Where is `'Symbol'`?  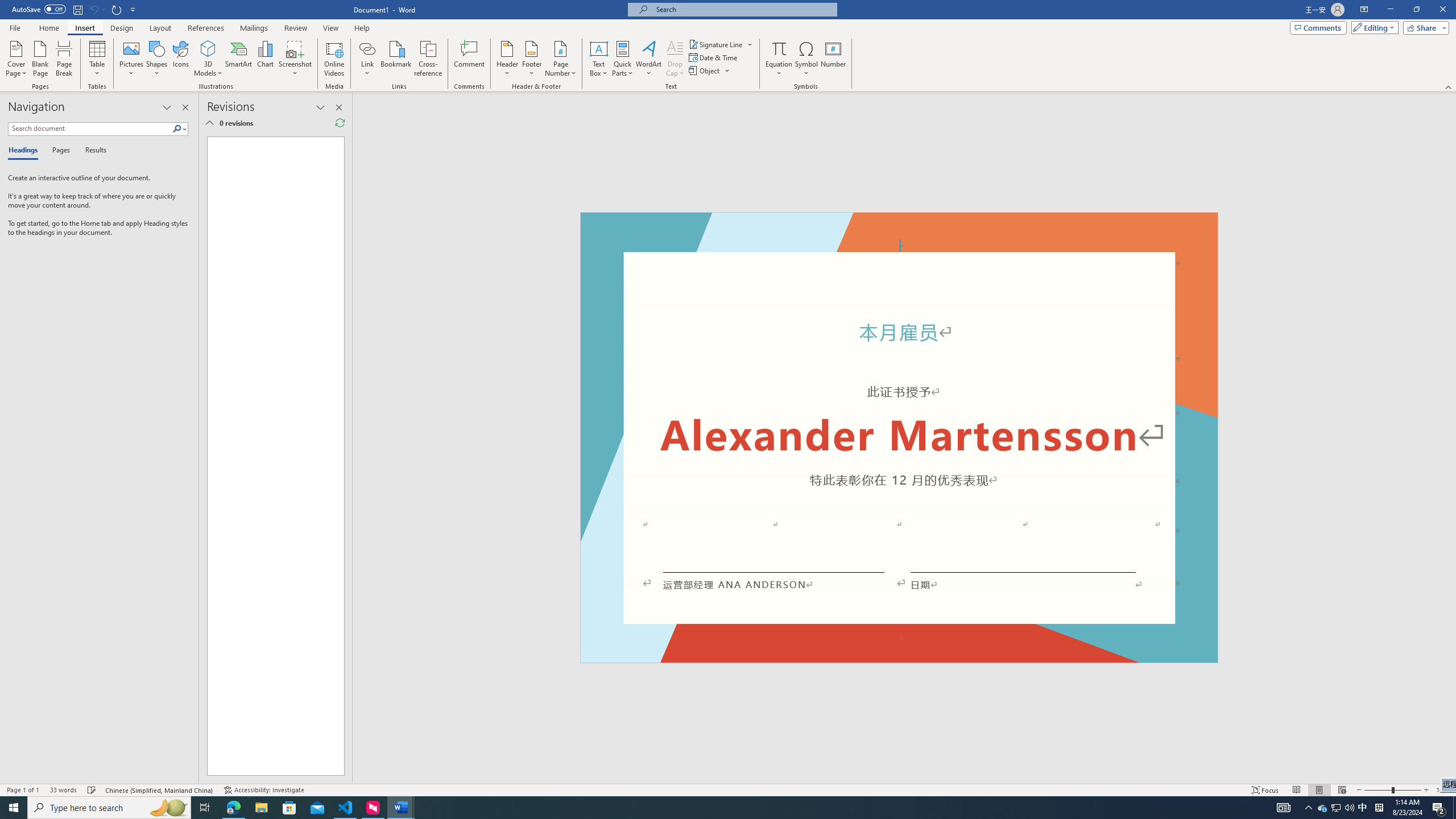 'Symbol' is located at coordinates (806, 59).